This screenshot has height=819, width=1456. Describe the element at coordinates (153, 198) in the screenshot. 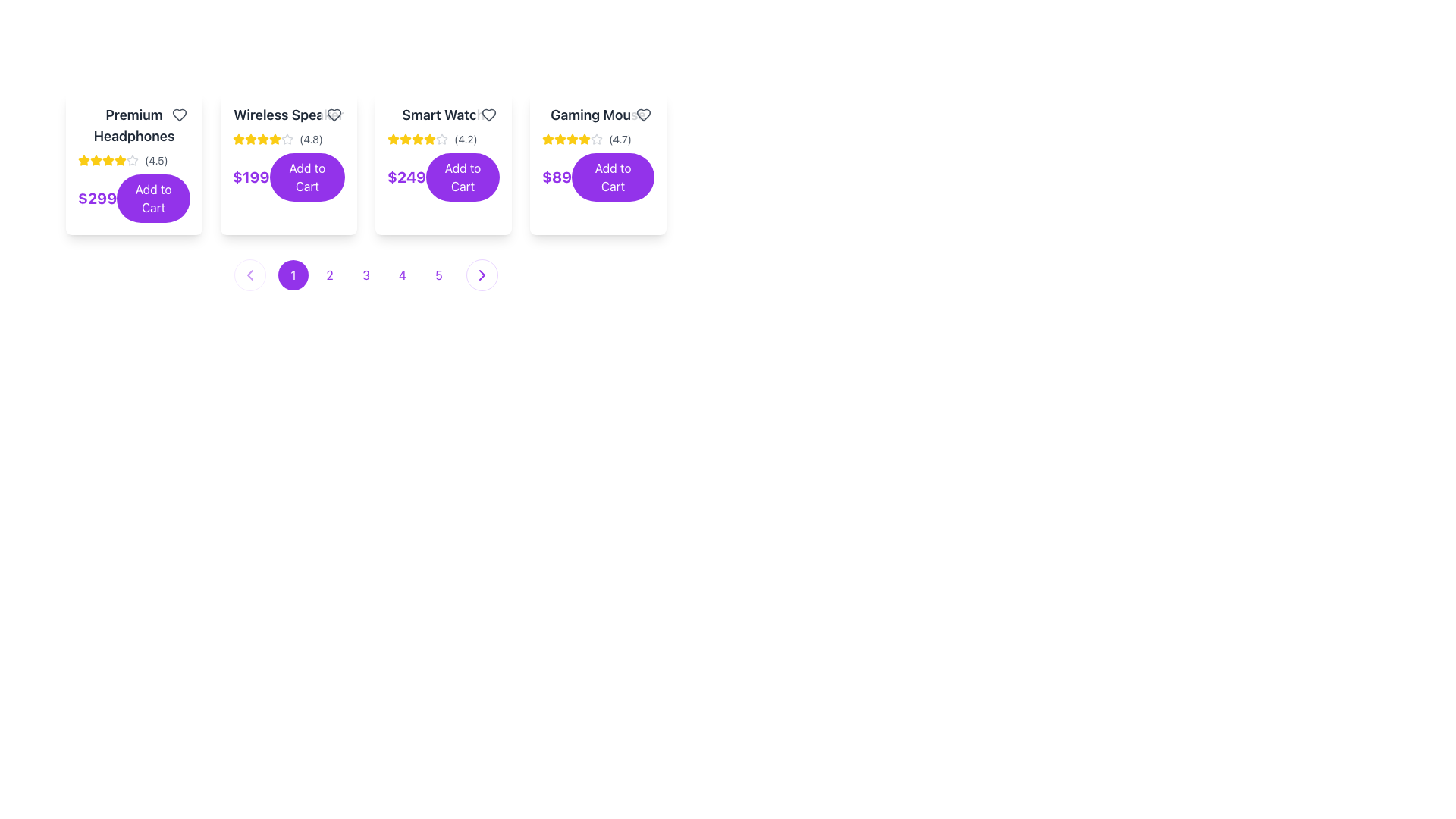

I see `the rounded purple button with the text 'Add to Cart'` at that location.